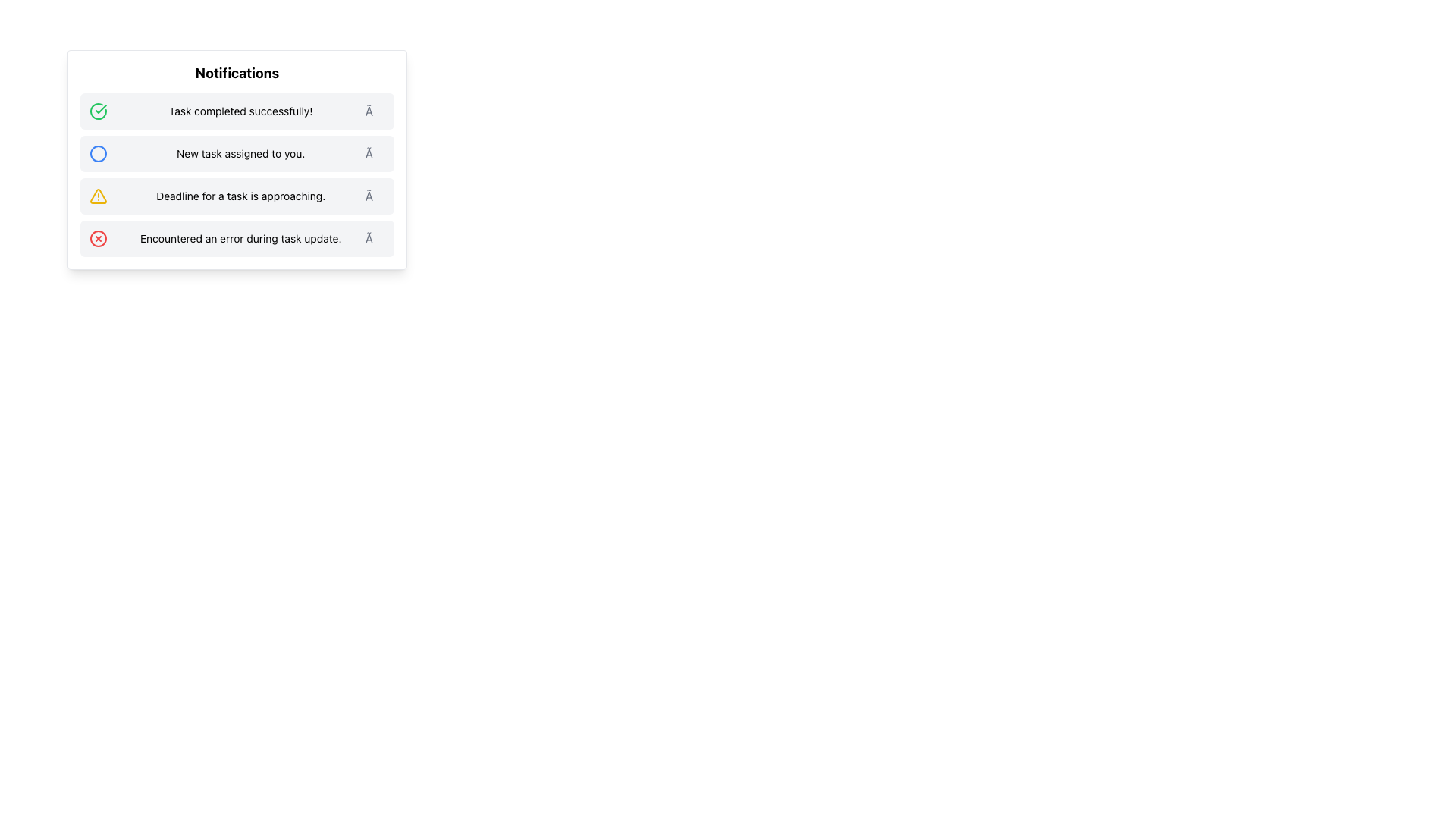 This screenshot has width=1456, height=819. Describe the element at coordinates (97, 239) in the screenshot. I see `the error icon located at the leftmost position in the bottom notification entry of the 'Notifications' section, which accompanies the message 'Encountered an error during task update.'` at that location.